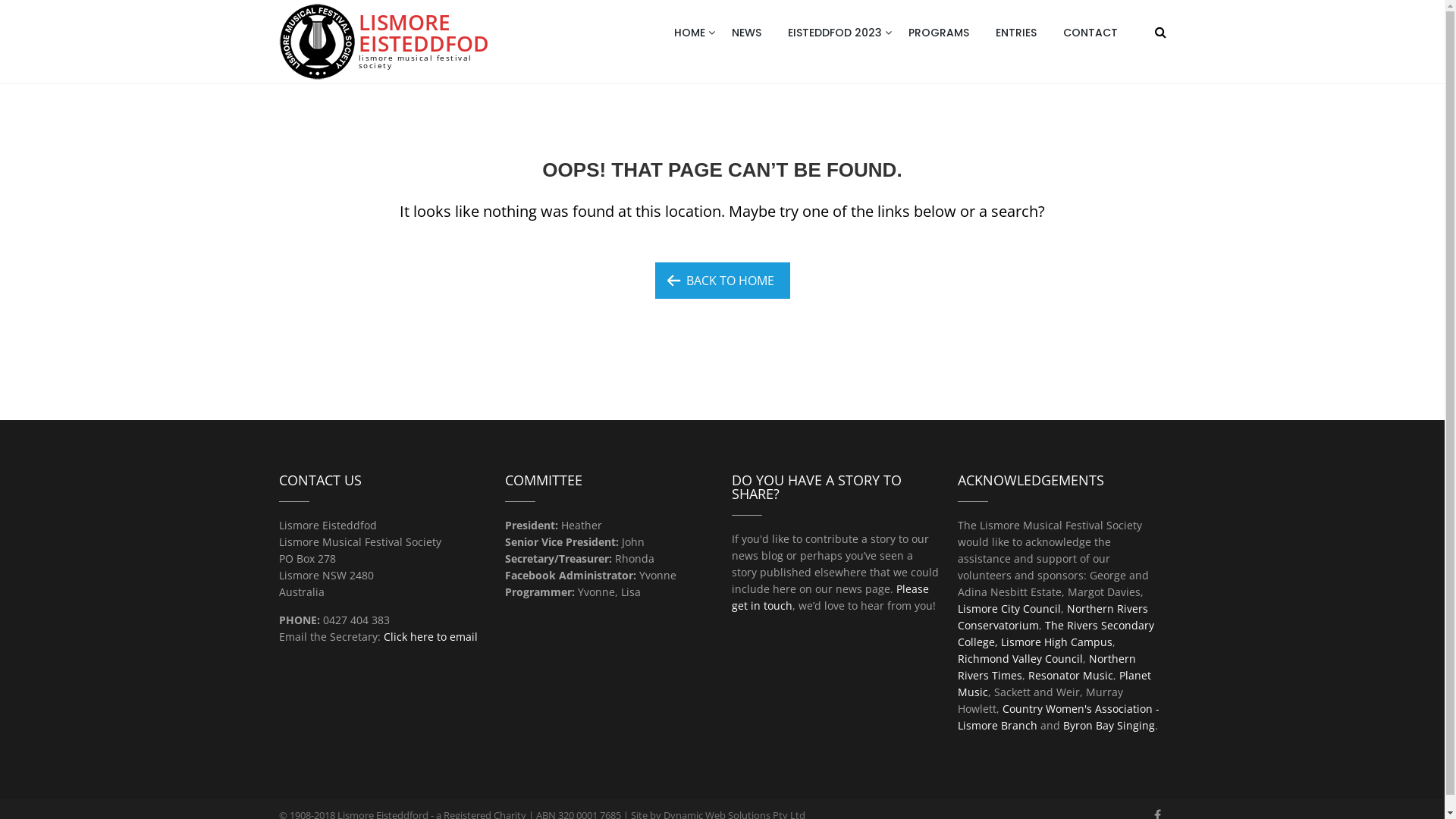  Describe the element at coordinates (1055, 633) in the screenshot. I see `'The Rivers Secondary College, Lismore High Campus'` at that location.